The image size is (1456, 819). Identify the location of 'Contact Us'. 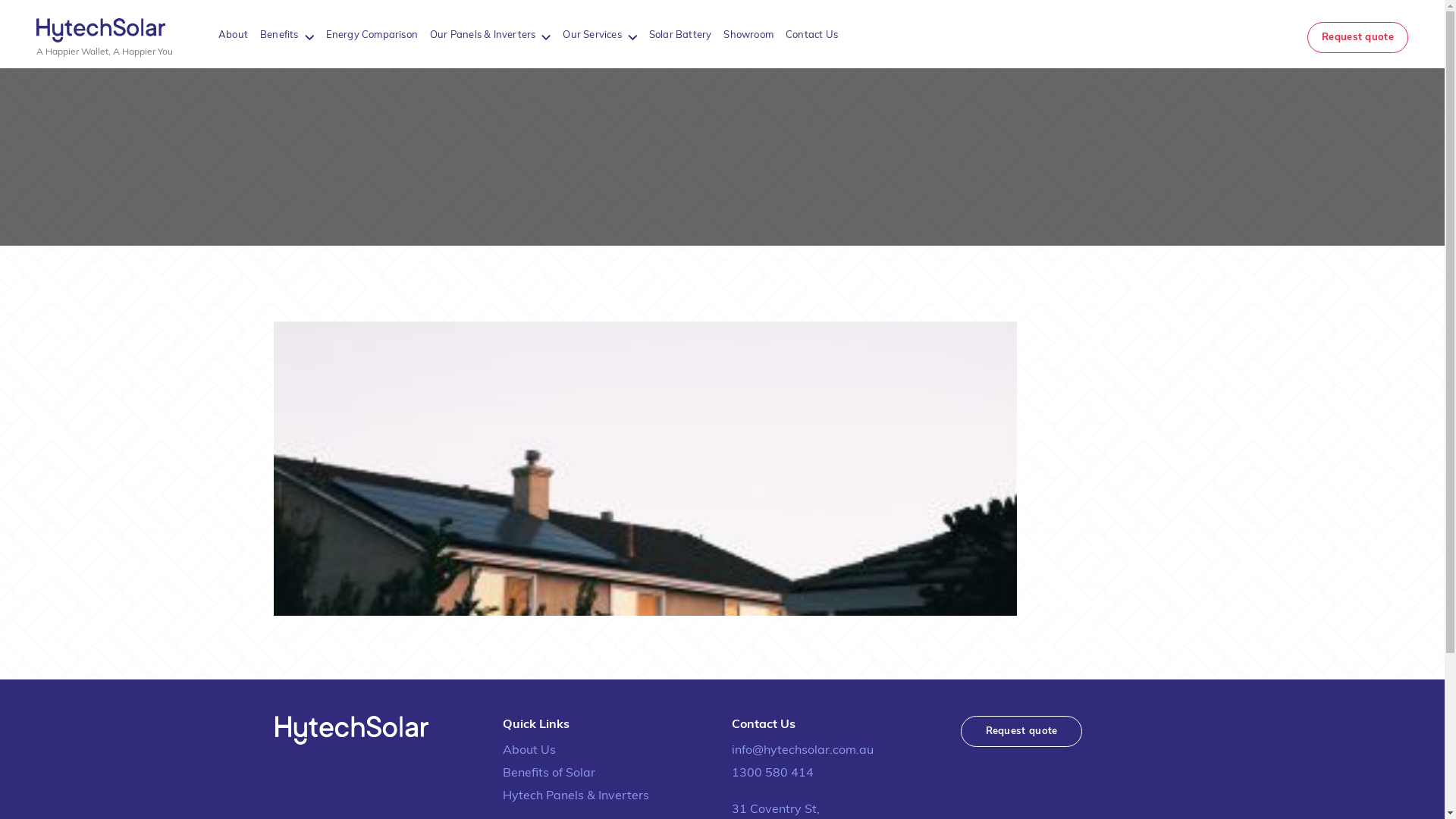
(786, 34).